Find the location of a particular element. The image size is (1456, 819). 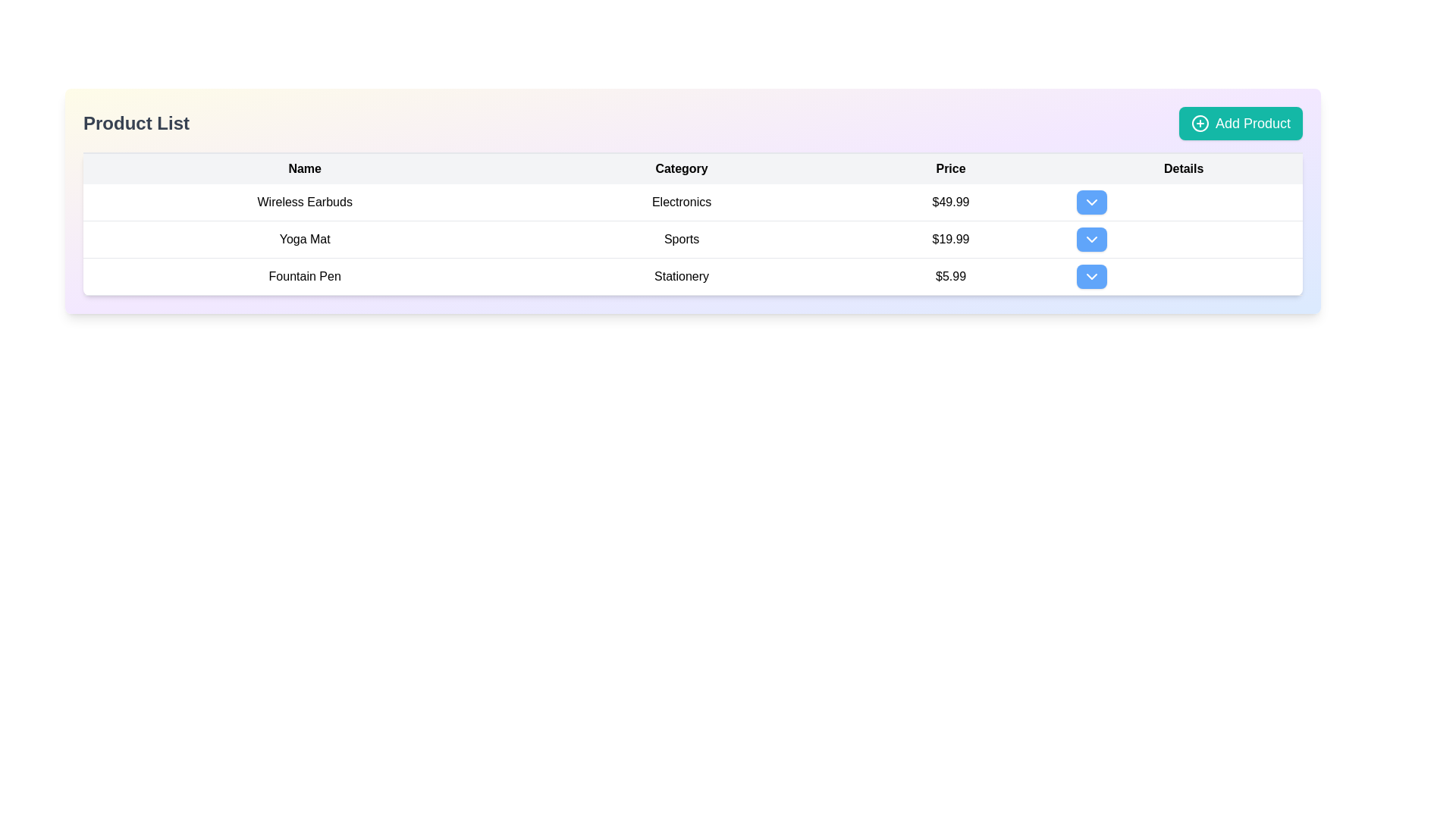

the 'Yoga Mat' text label located in the second row of the 'Product List' table under the 'Name' column is located at coordinates (304, 239).